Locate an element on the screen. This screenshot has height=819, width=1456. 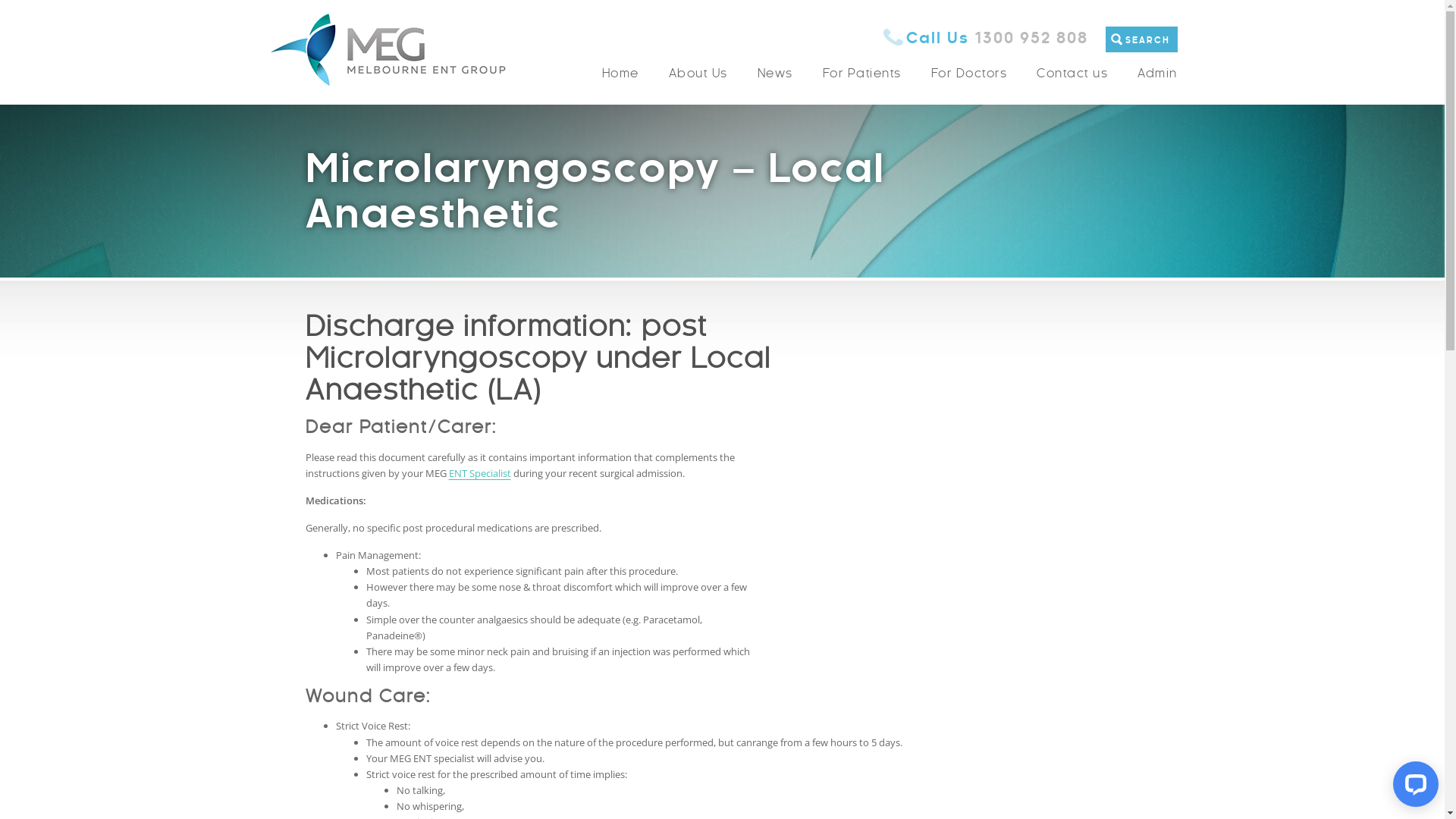
'Admin' is located at coordinates (1150, 74).